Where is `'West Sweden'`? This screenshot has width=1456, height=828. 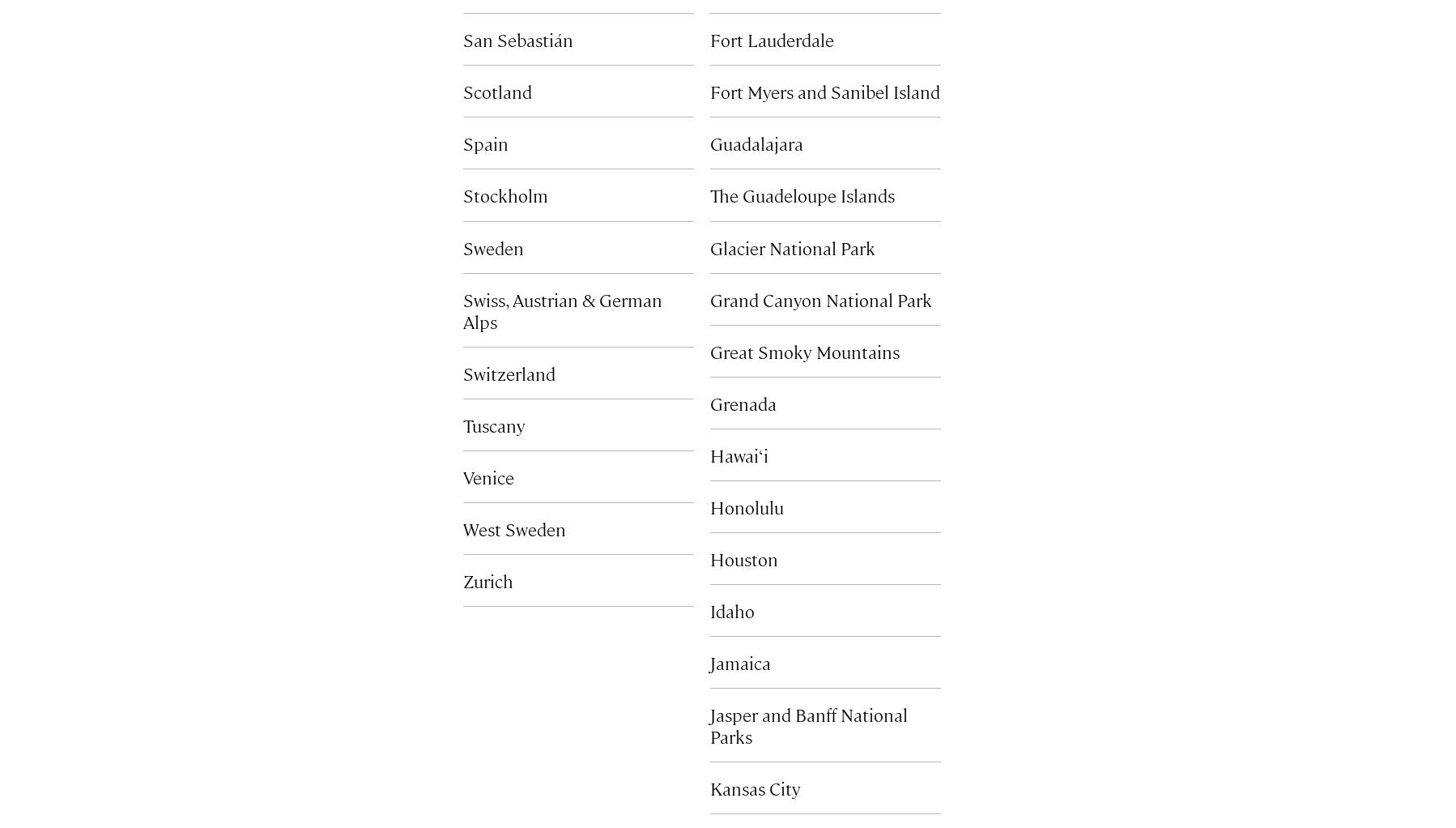 'West Sweden' is located at coordinates (513, 527).